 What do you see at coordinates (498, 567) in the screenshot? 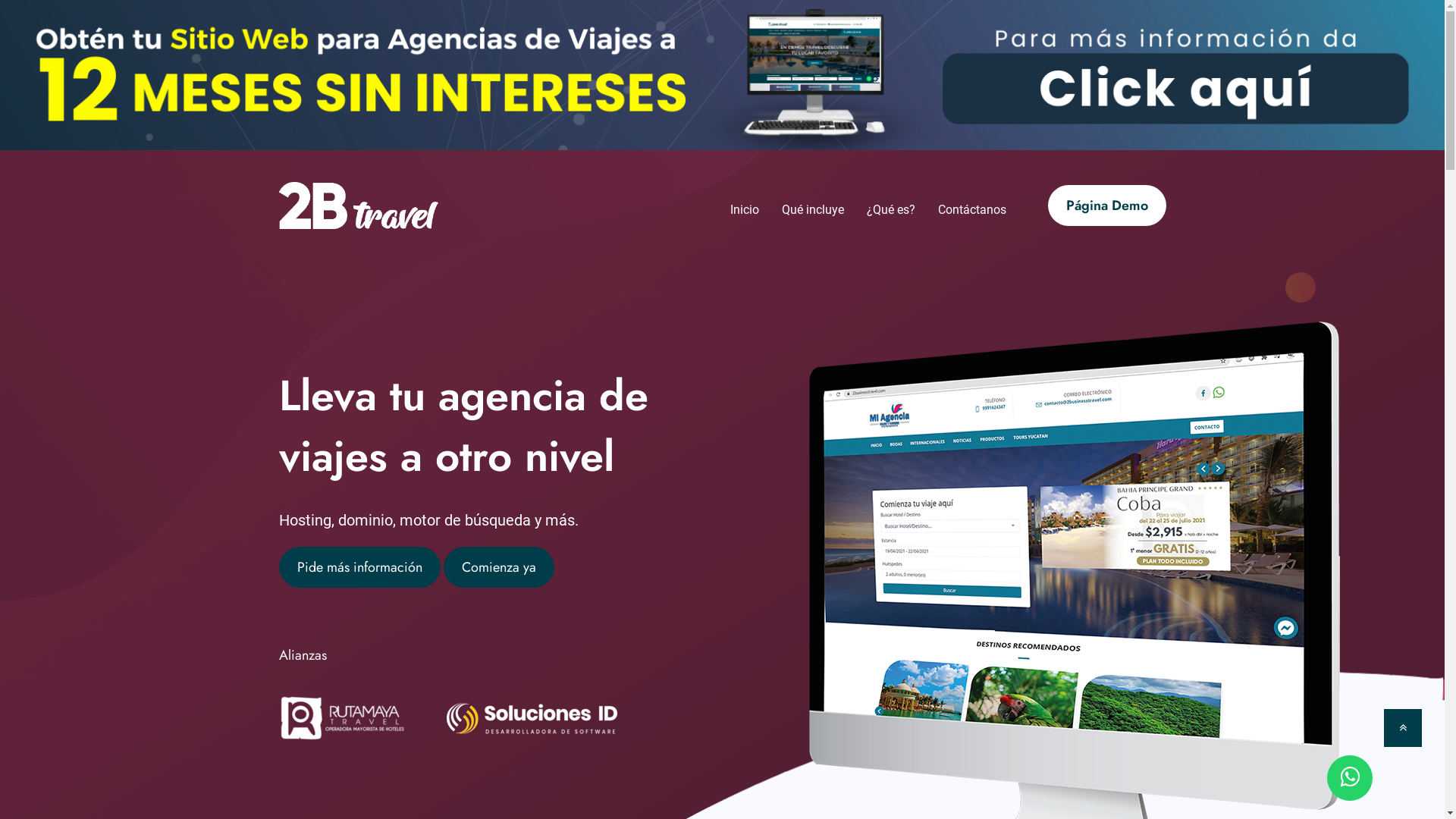
I see `'Comienza ya'` at bounding box center [498, 567].